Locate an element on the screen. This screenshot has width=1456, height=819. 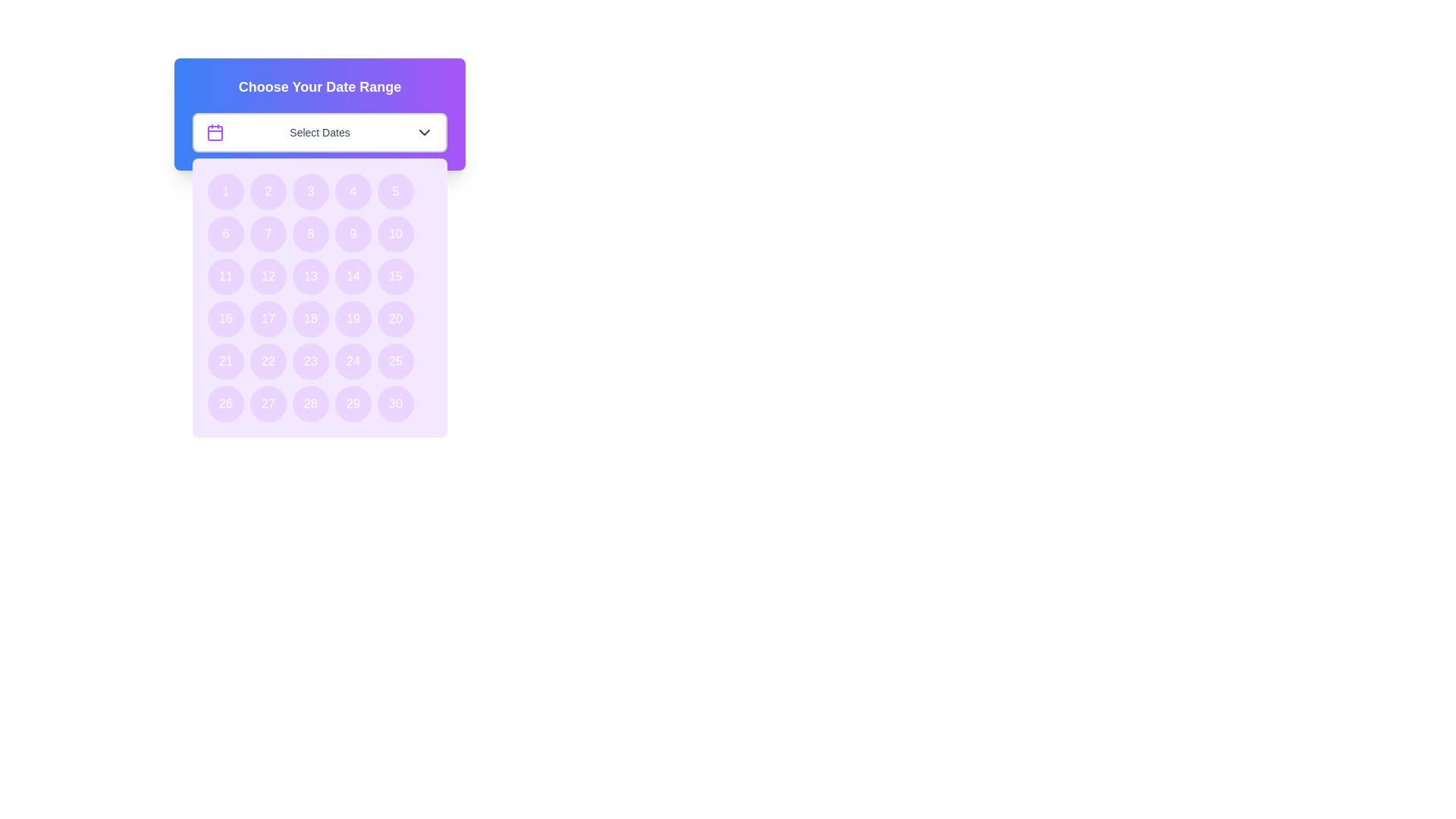
the circular button labeled '9' with a light purple background is located at coordinates (352, 234).